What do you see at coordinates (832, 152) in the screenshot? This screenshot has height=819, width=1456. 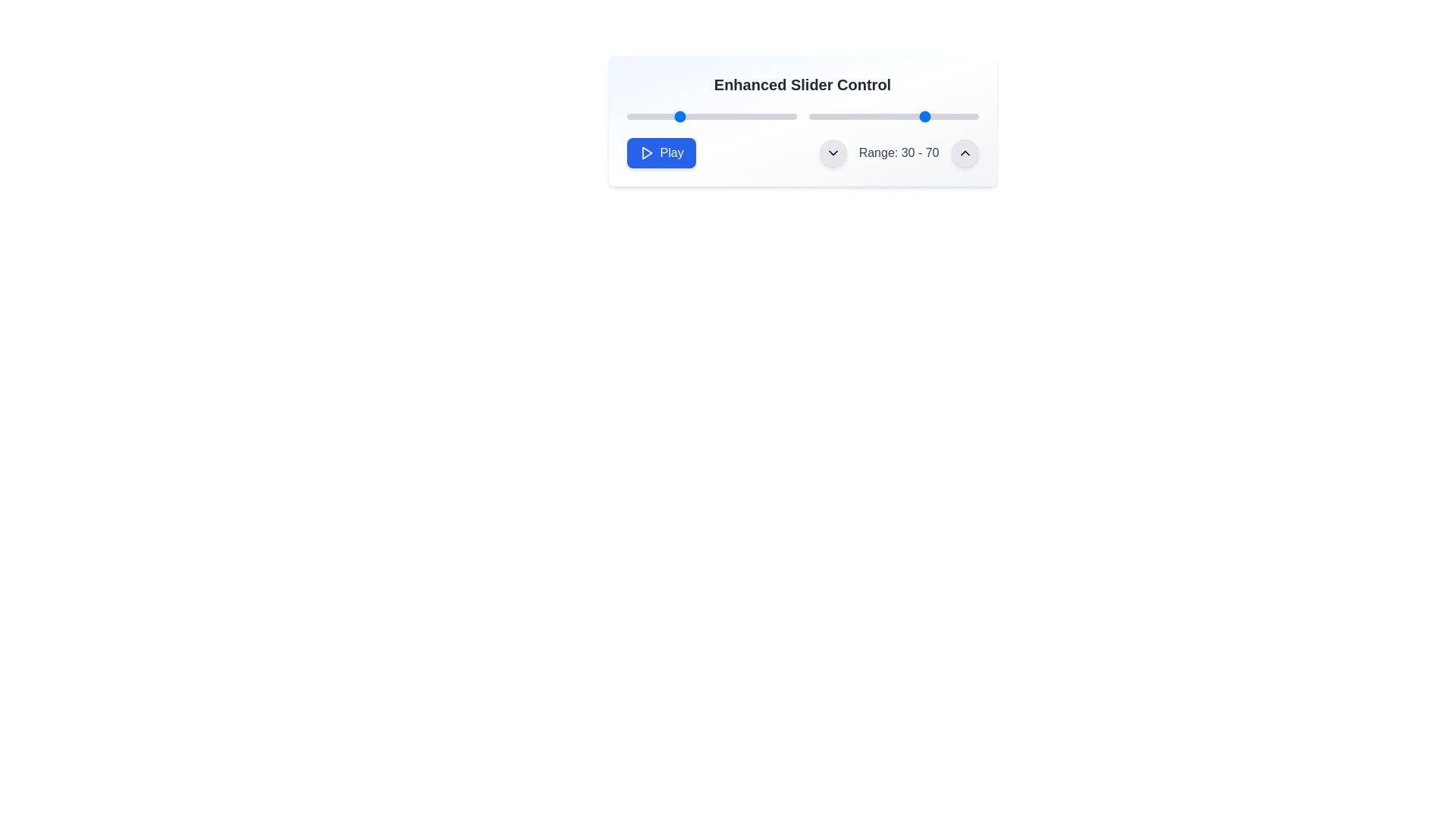 I see `the leftmost circular decrement button located to the left of the 'Range: 30 - 70' text` at bounding box center [832, 152].